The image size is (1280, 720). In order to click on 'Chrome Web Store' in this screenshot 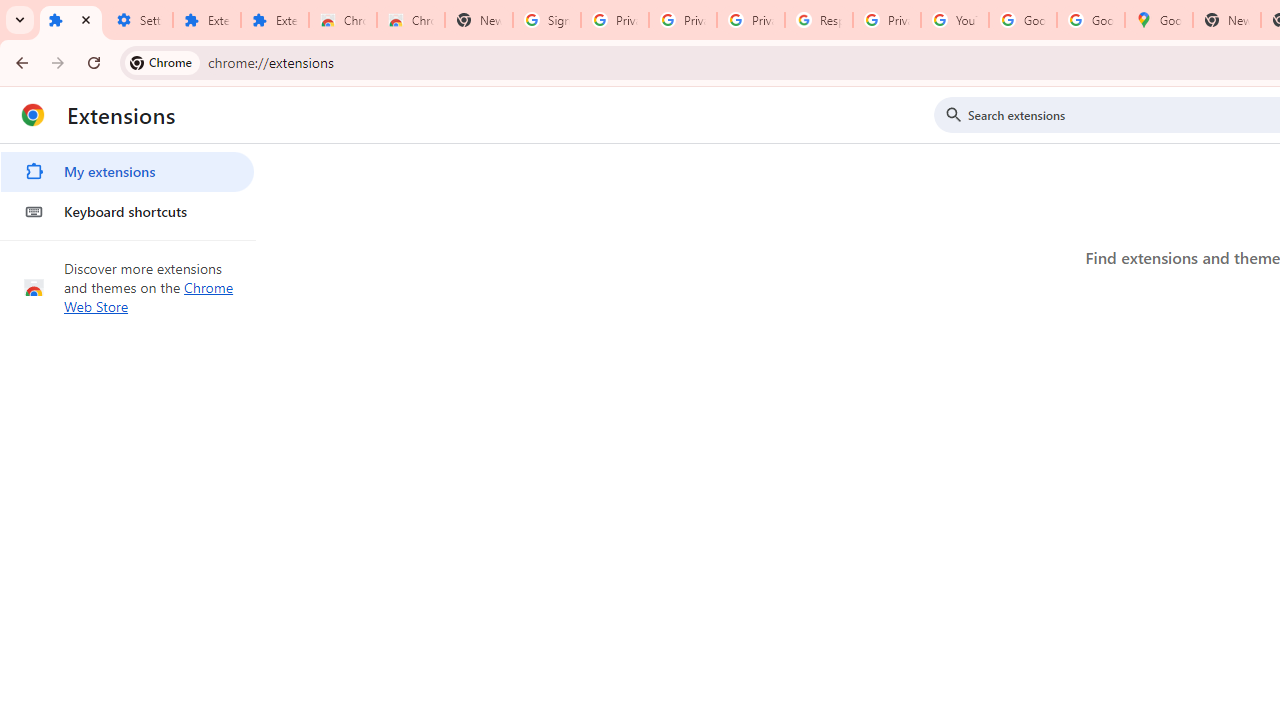, I will do `click(148, 297)`.